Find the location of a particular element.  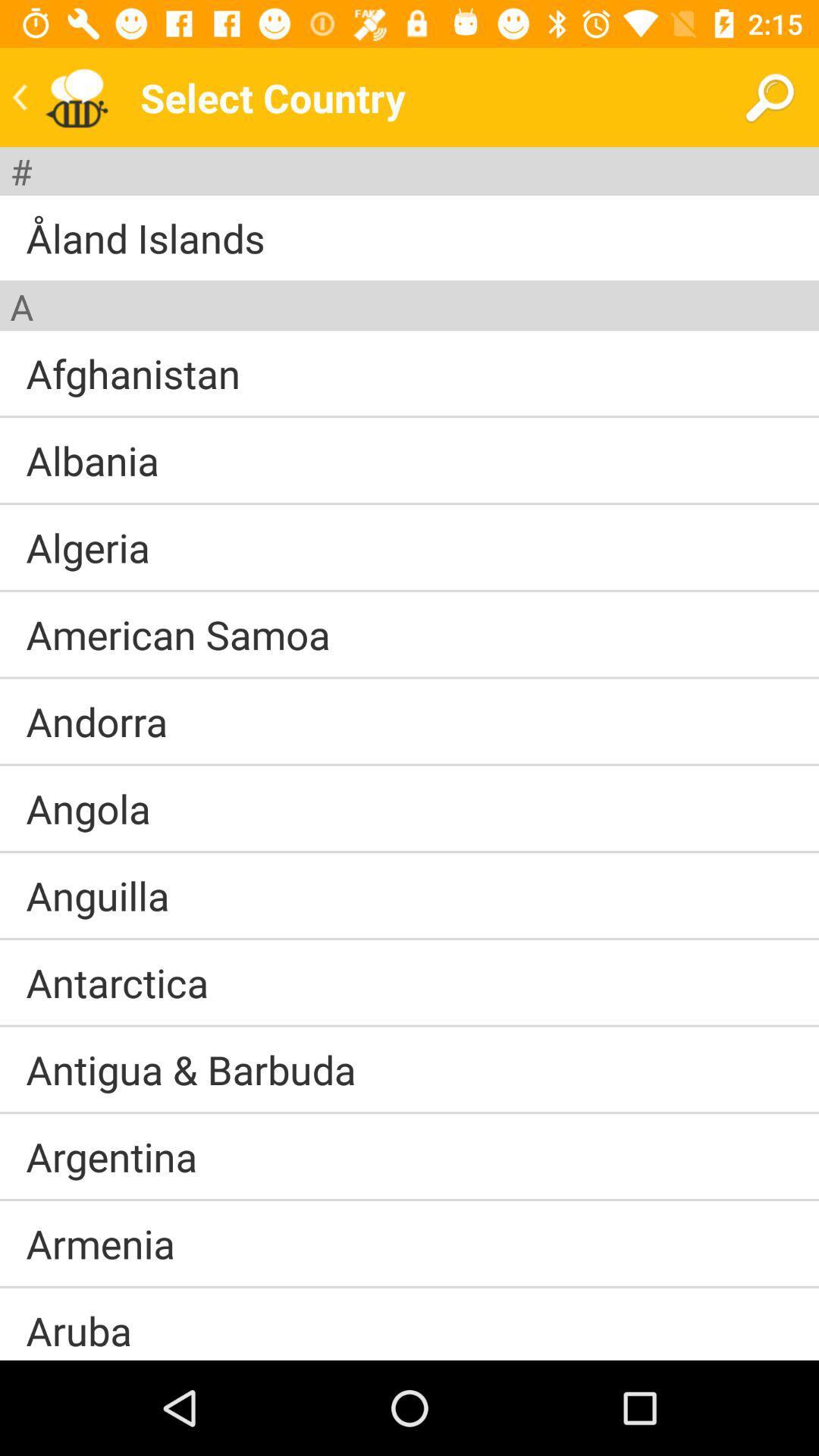

andorra is located at coordinates (96, 720).